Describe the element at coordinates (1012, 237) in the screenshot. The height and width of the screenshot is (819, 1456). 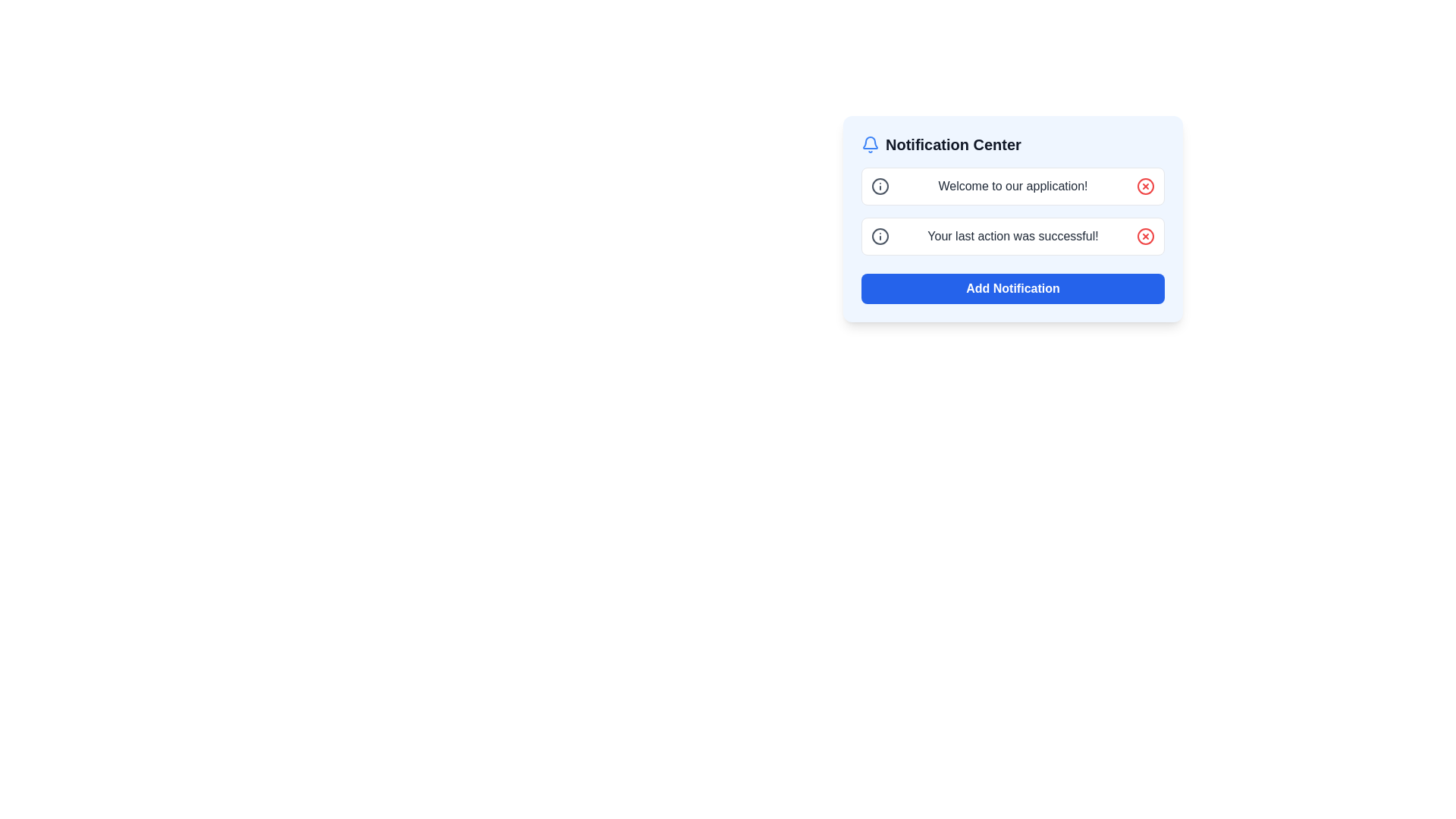
I see `the second notification card in the Notification Center that indicates the success of the user's last action` at that location.